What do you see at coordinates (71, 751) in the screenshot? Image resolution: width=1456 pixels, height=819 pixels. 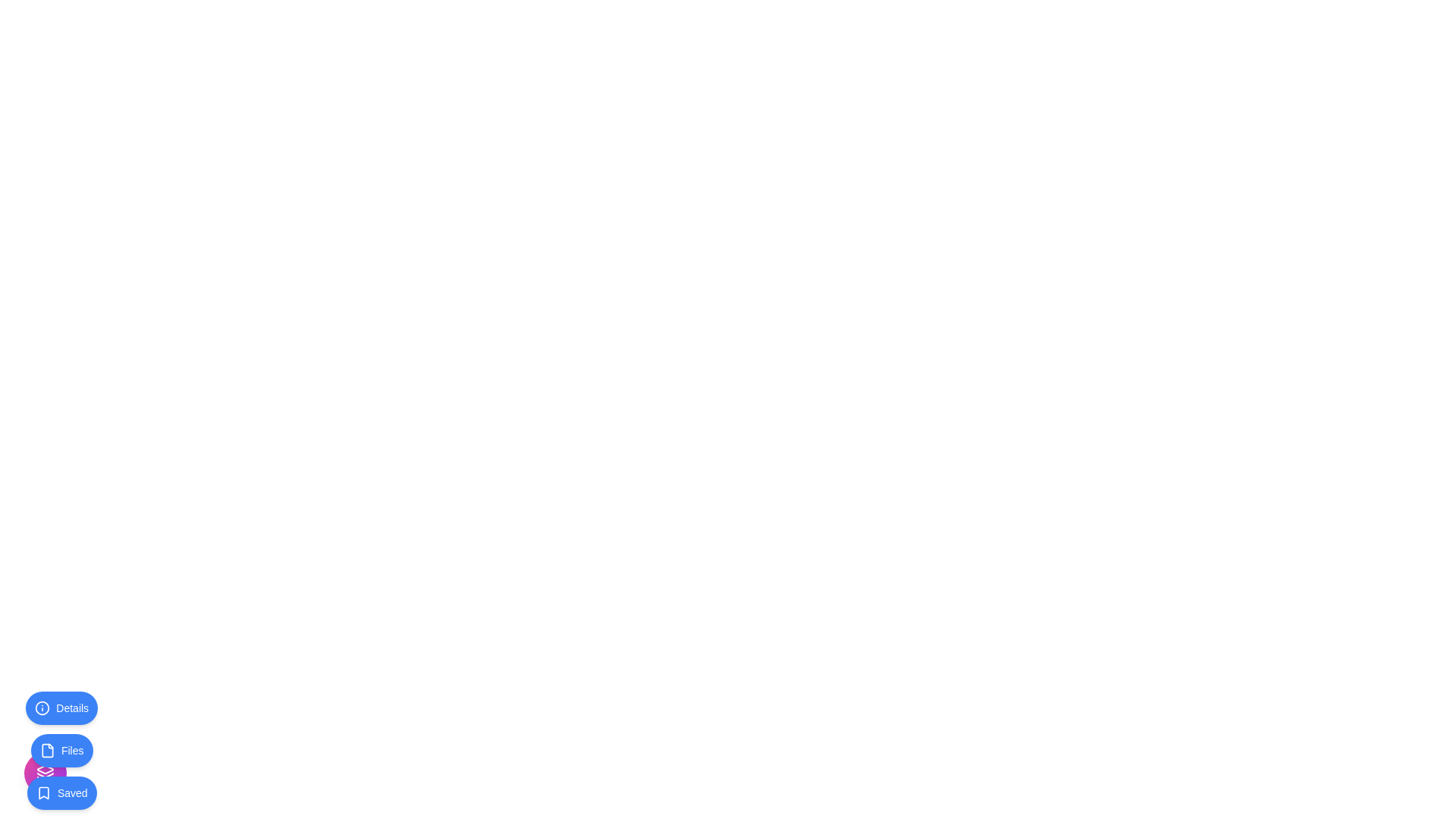 I see `the 'Files' text label, which is styled in small white text and located next to a blue circular button in the bottom-left corner of the interface` at bounding box center [71, 751].